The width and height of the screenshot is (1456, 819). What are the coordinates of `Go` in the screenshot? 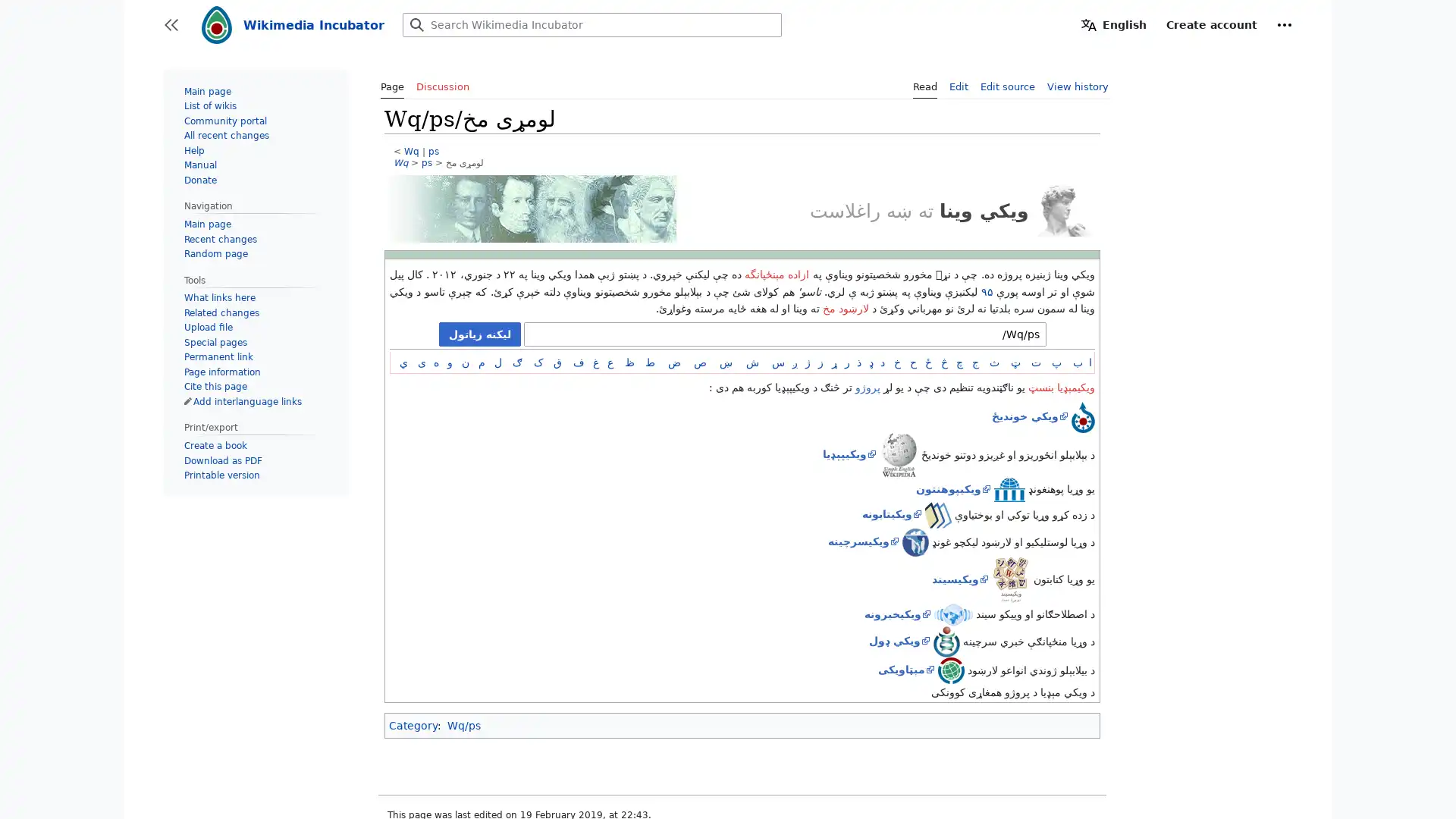 It's located at (417, 25).